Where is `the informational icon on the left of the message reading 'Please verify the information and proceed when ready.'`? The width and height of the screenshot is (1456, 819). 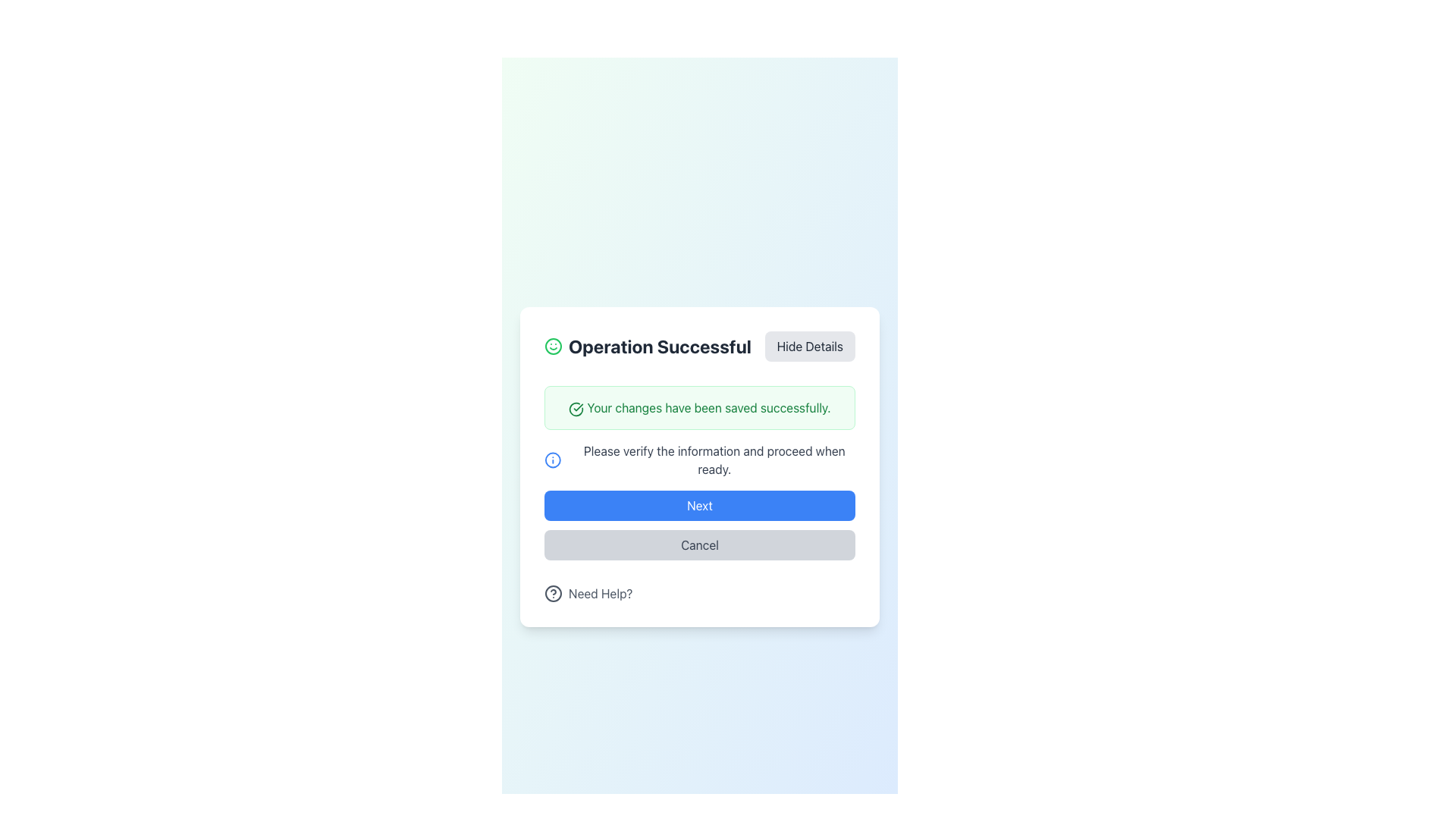 the informational icon on the left of the message reading 'Please verify the information and proceed when ready.' is located at coordinates (698, 459).